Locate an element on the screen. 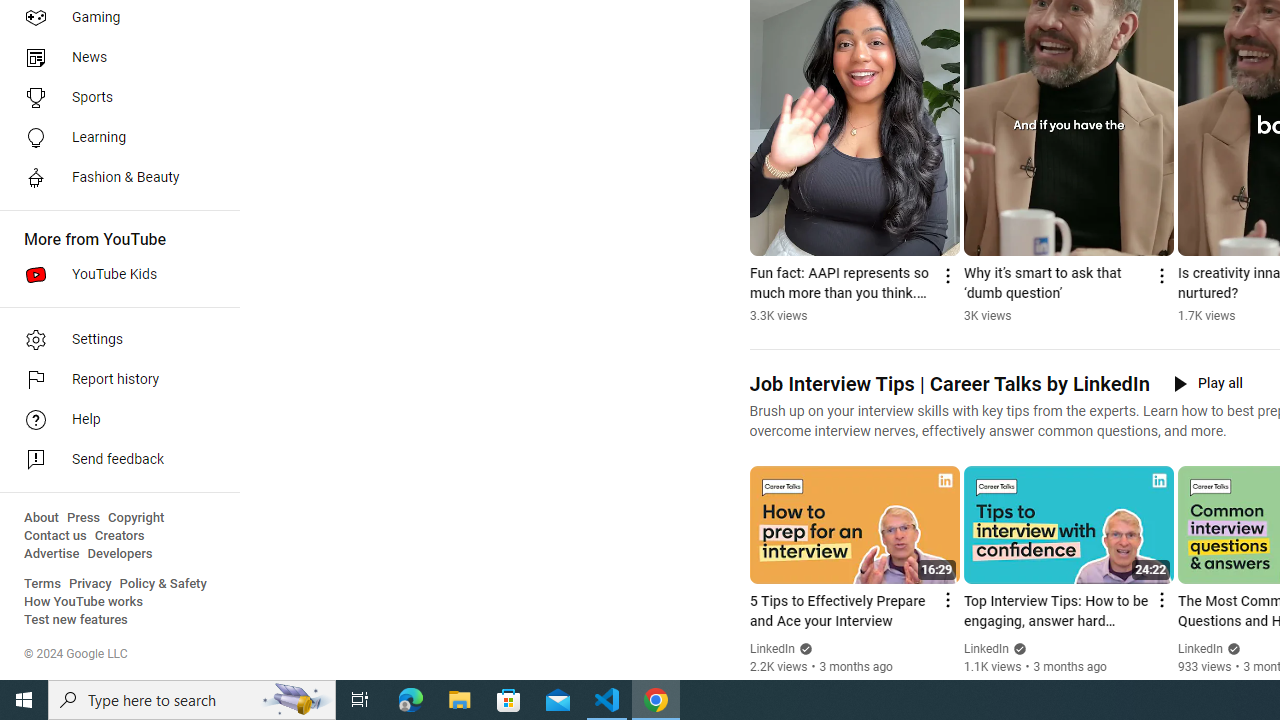  'How YouTube works' is located at coordinates (82, 601).